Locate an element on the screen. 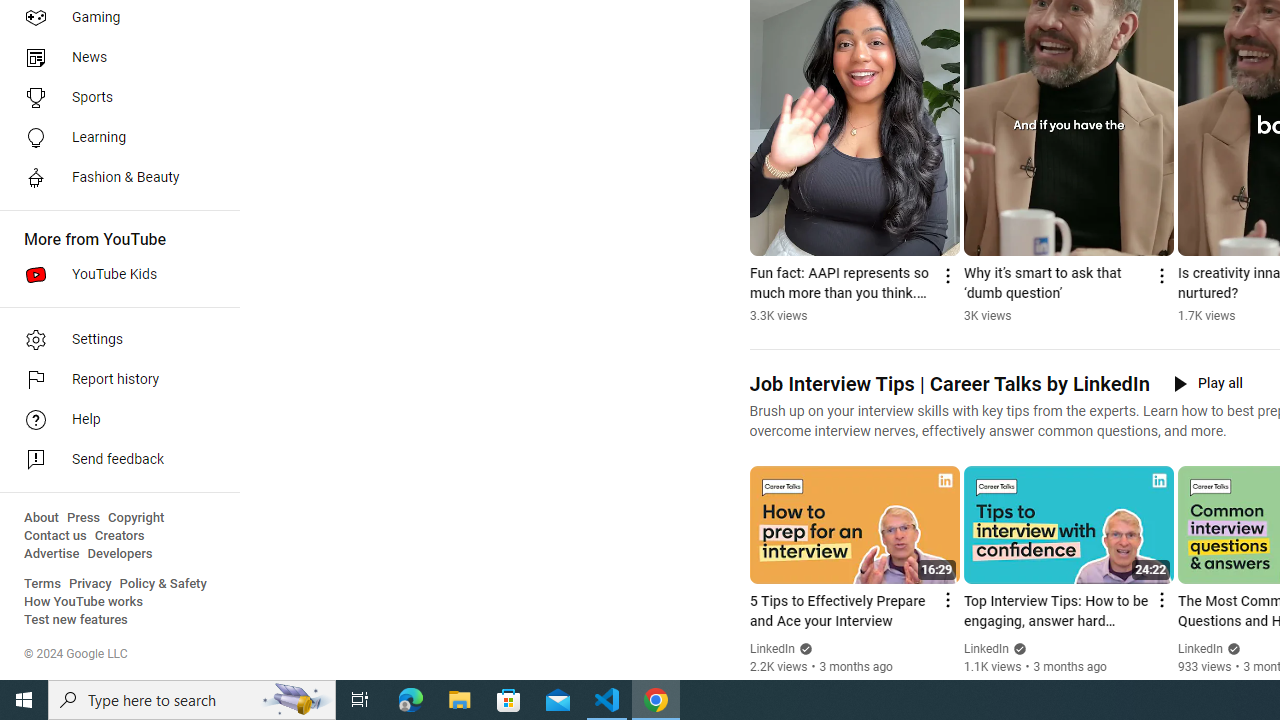  'How YouTube works' is located at coordinates (82, 601).